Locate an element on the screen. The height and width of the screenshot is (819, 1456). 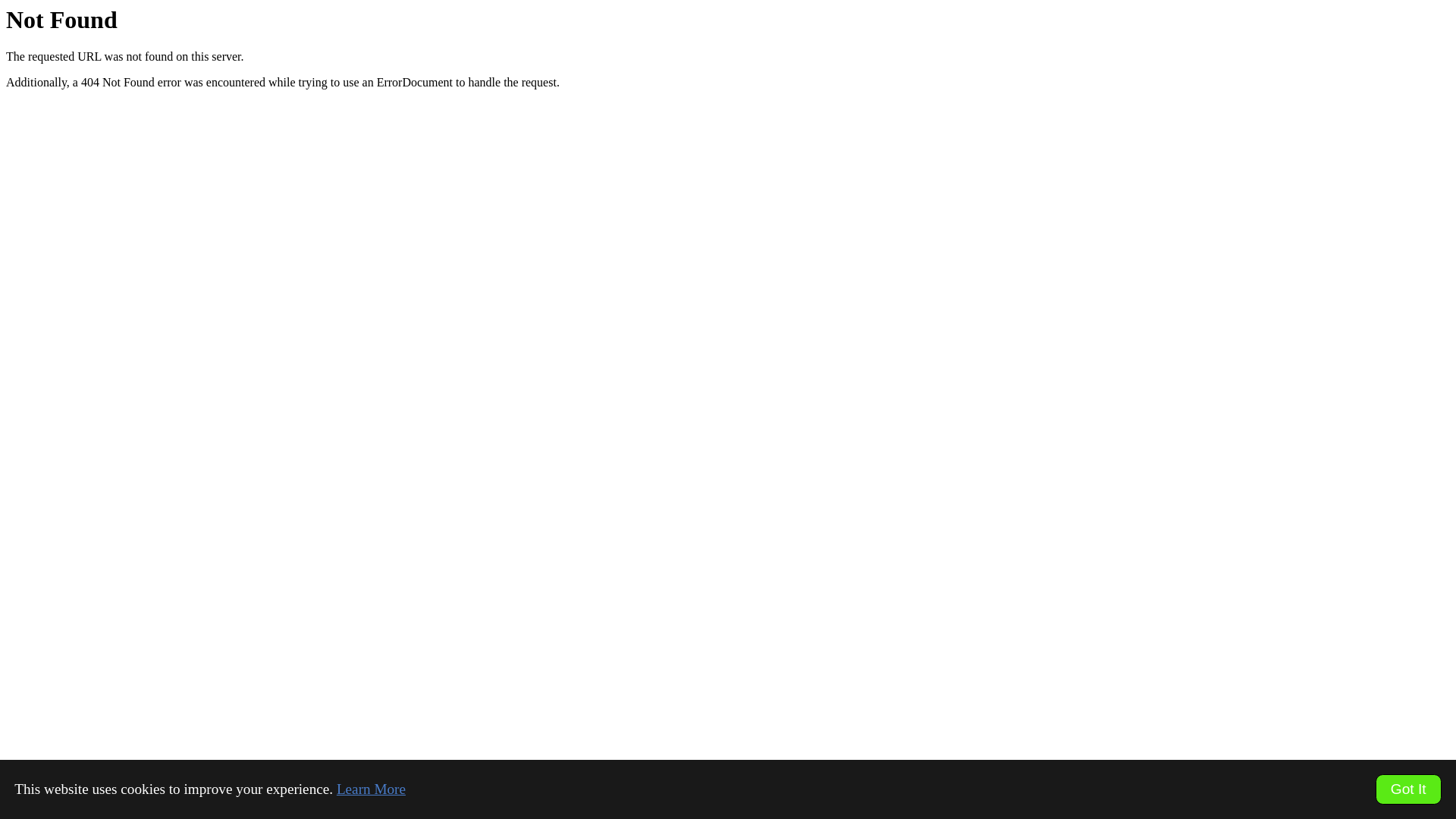
'Learn More' is located at coordinates (371, 788).